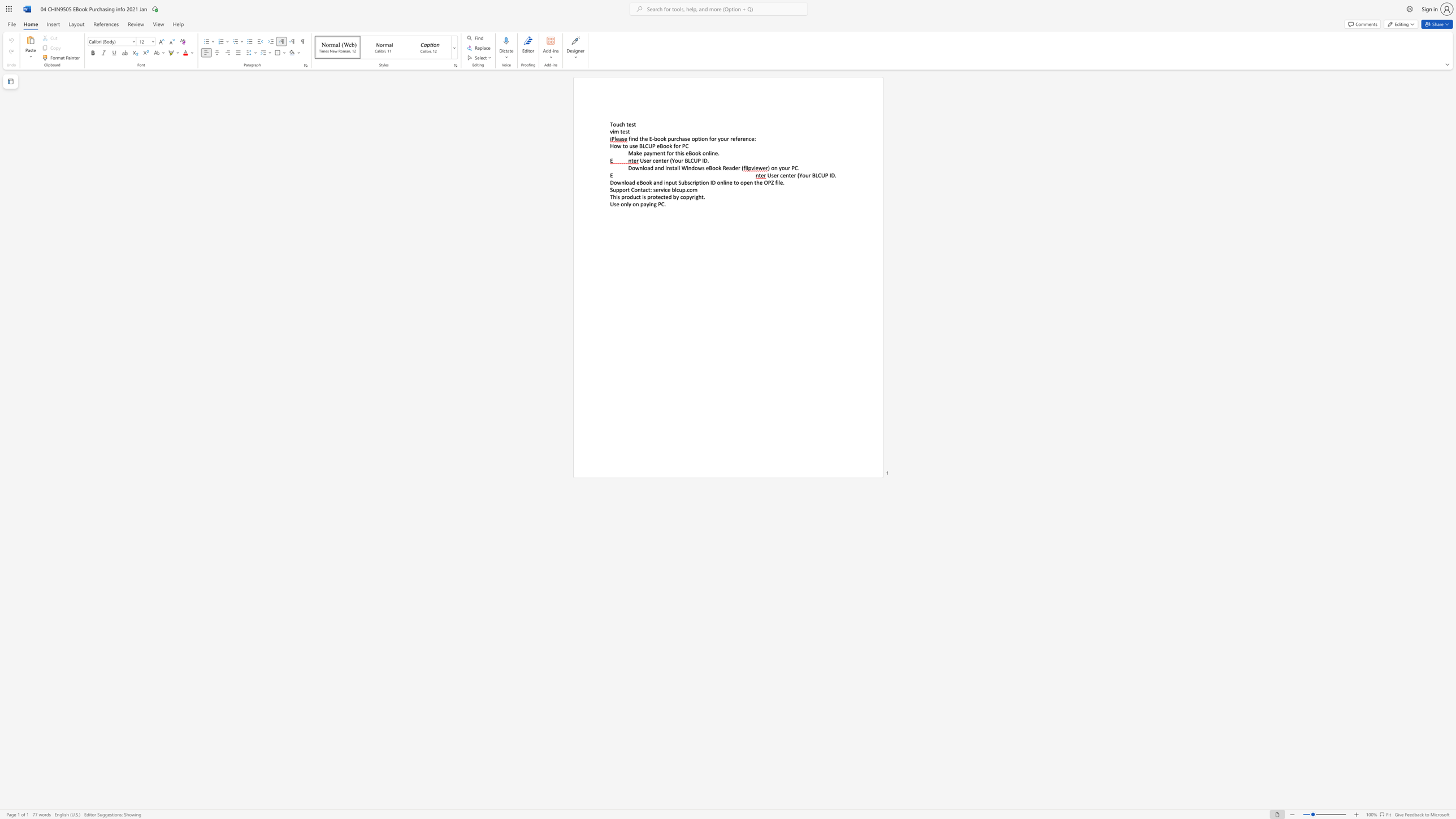  I want to click on the 1th character "s" in the text, so click(619, 196).